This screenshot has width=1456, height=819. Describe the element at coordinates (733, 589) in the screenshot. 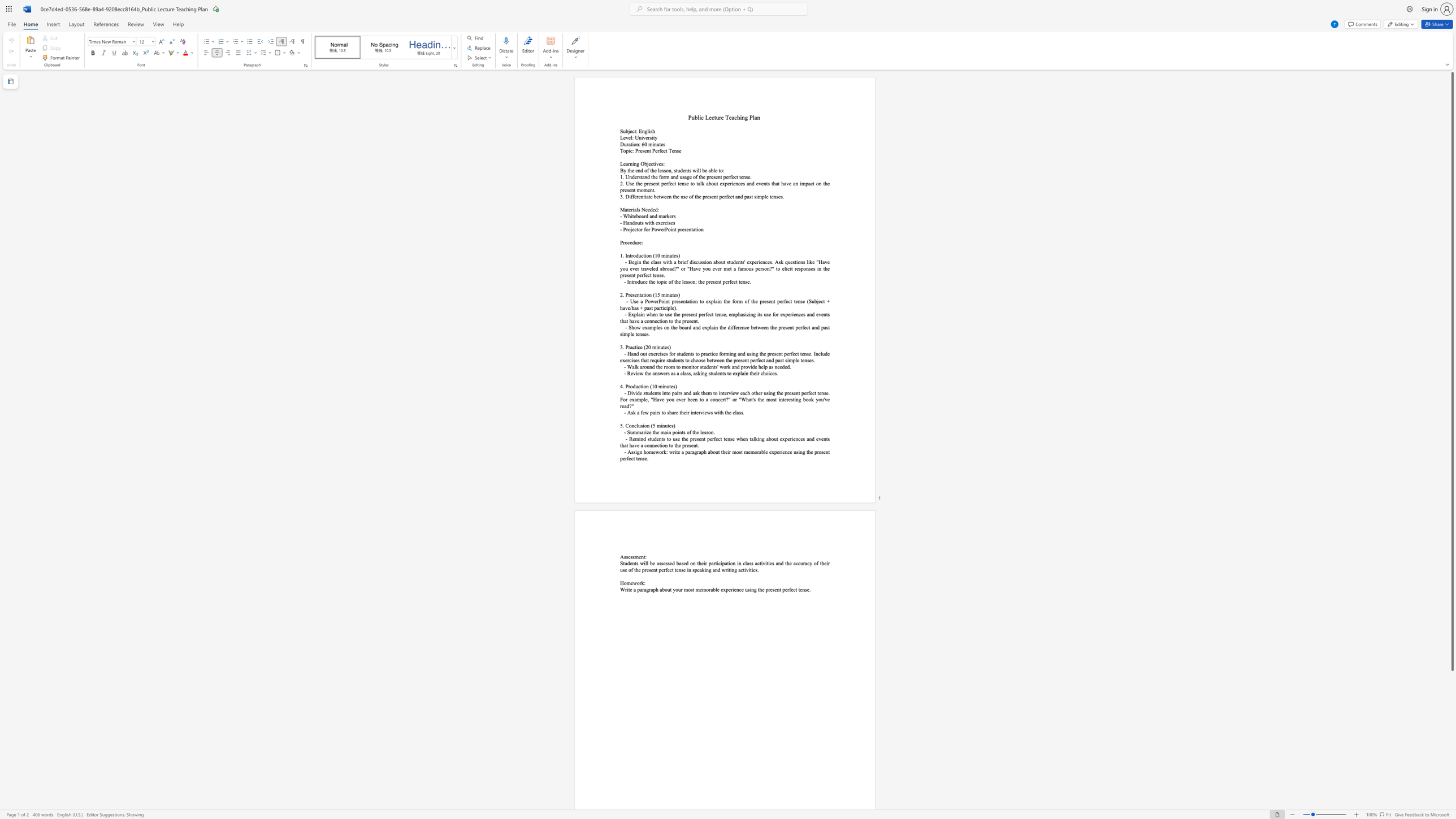

I see `the subset text "ience using the present perfect tens" within the text "Write a paragraph about your most memorable experience using the present perfect tense"` at that location.